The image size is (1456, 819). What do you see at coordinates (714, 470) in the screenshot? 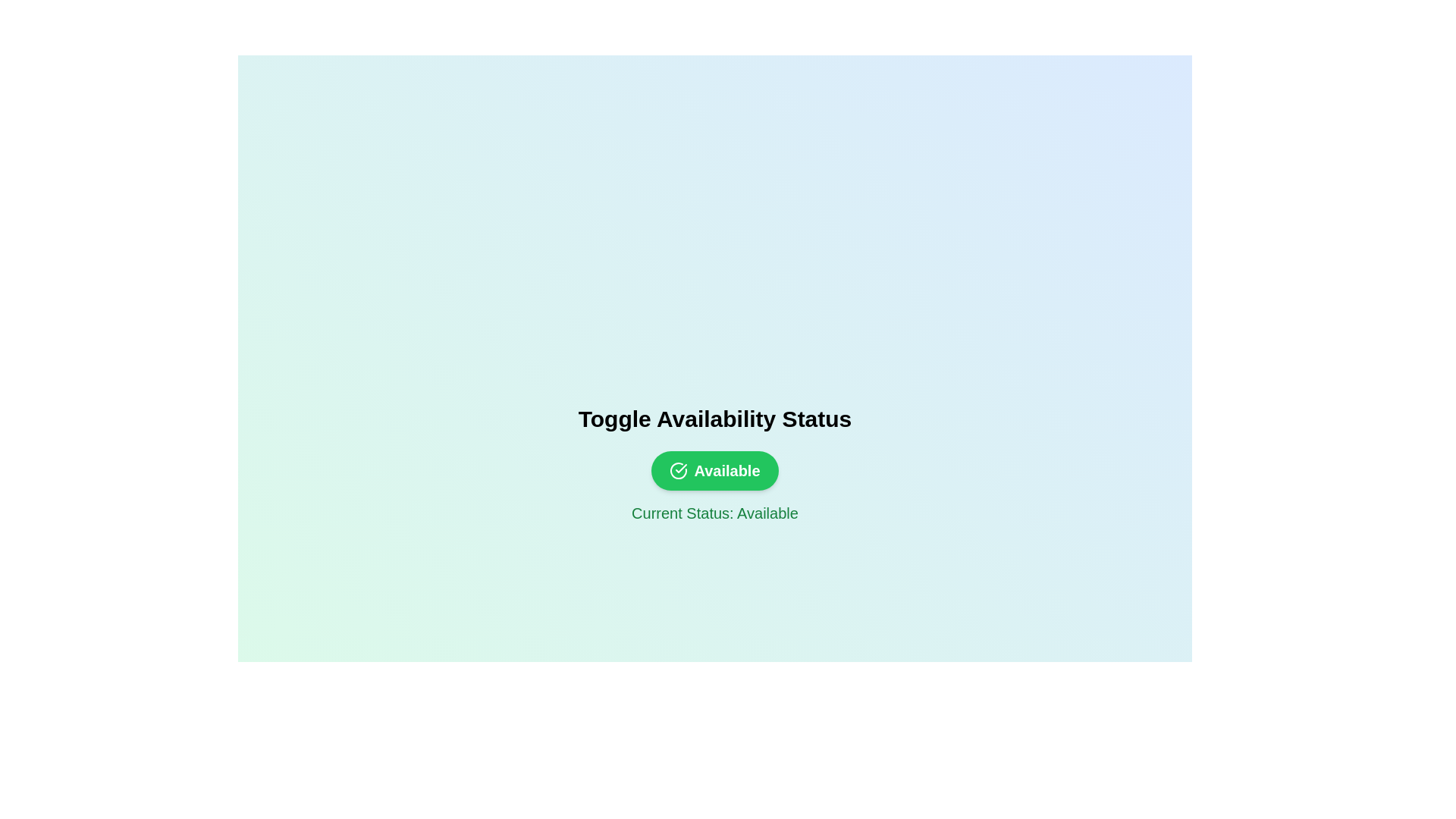
I see `the 'Available' button to toggle the availability status` at bounding box center [714, 470].